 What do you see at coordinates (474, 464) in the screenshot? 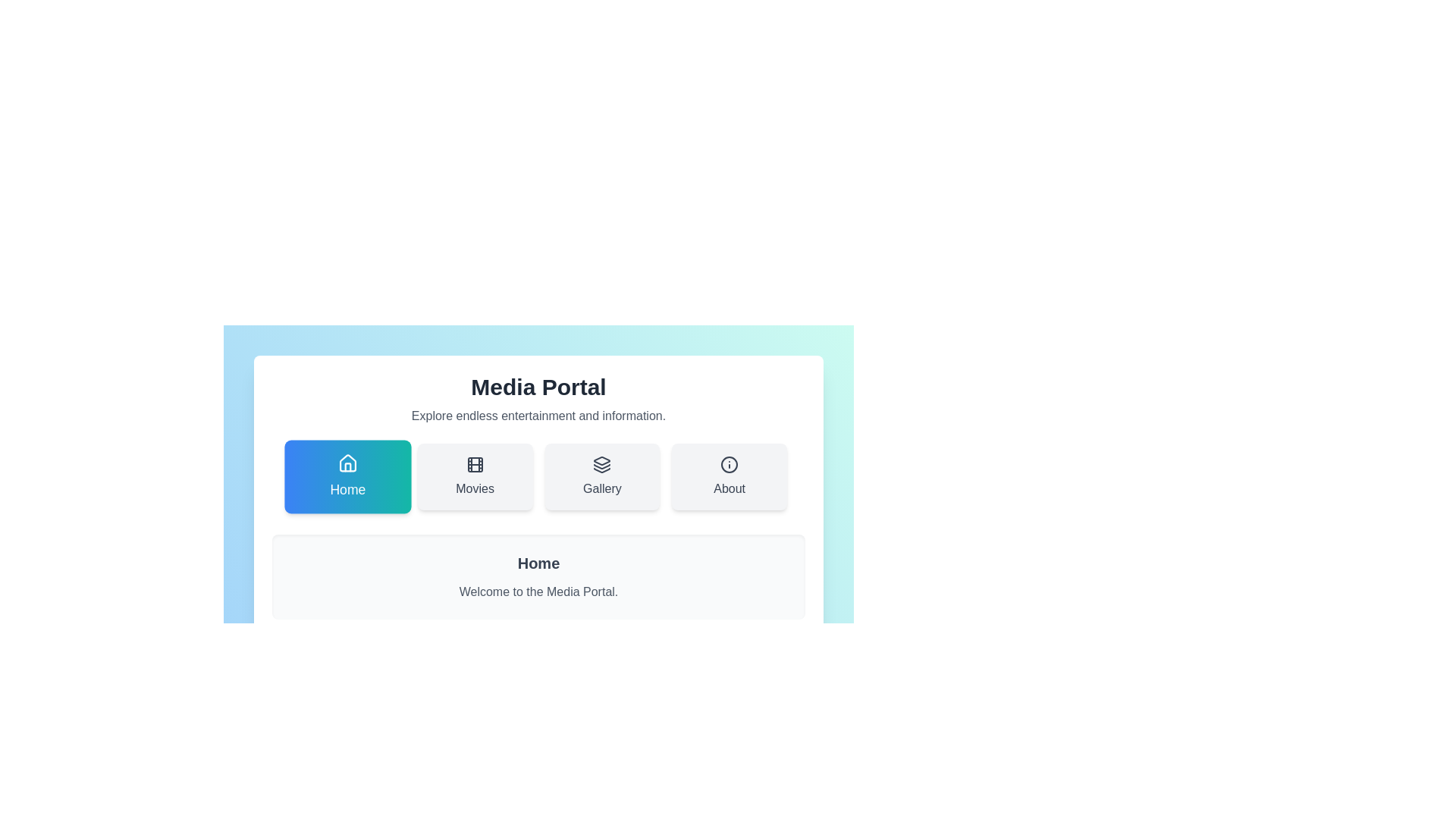
I see `the 'Movies' button by clicking on the film strip icon located at the center-top of the button to trigger navigation or action` at bounding box center [474, 464].